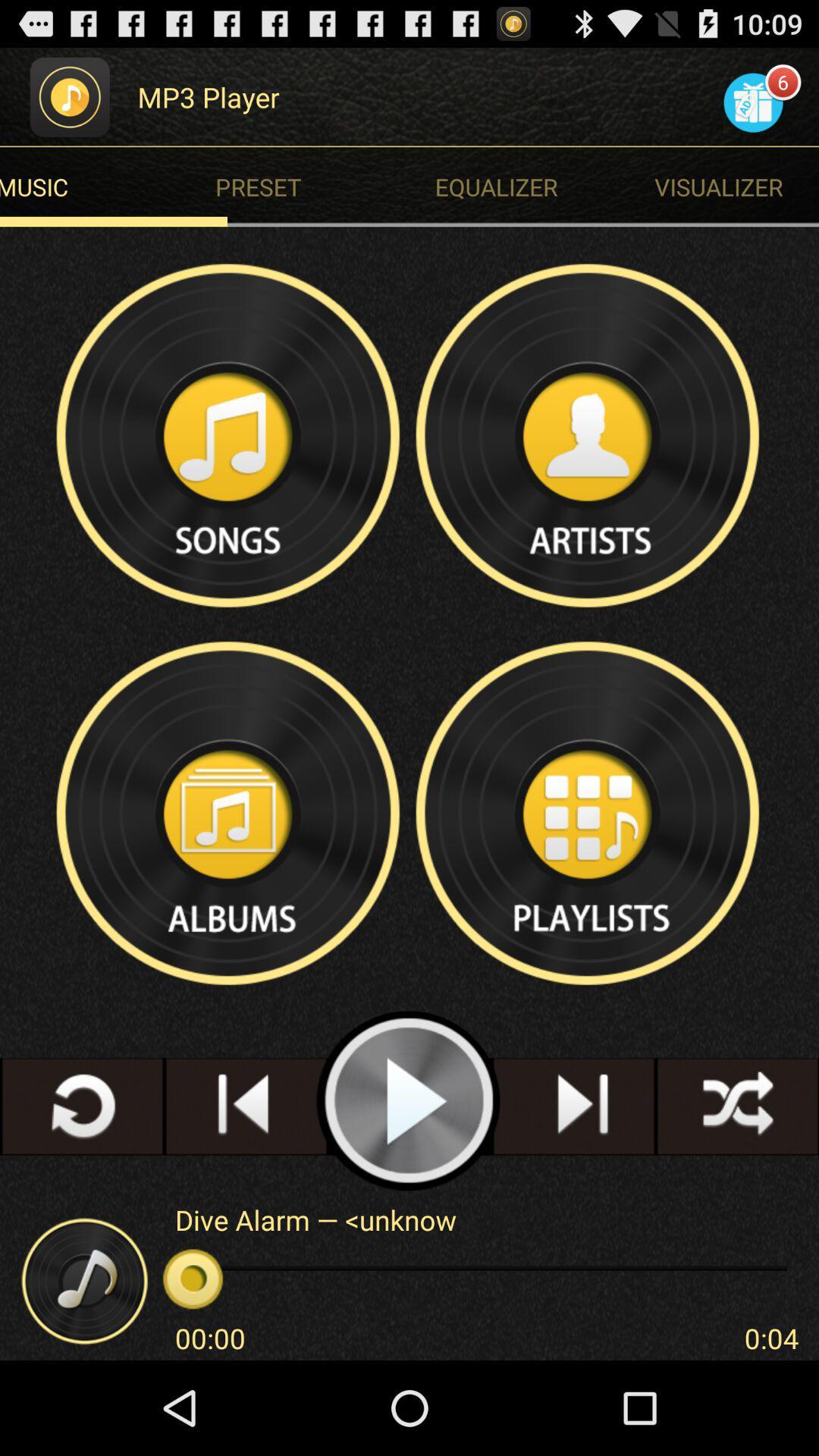 Image resolution: width=819 pixels, height=1456 pixels. Describe the element at coordinates (408, 1178) in the screenshot. I see `the play icon` at that location.